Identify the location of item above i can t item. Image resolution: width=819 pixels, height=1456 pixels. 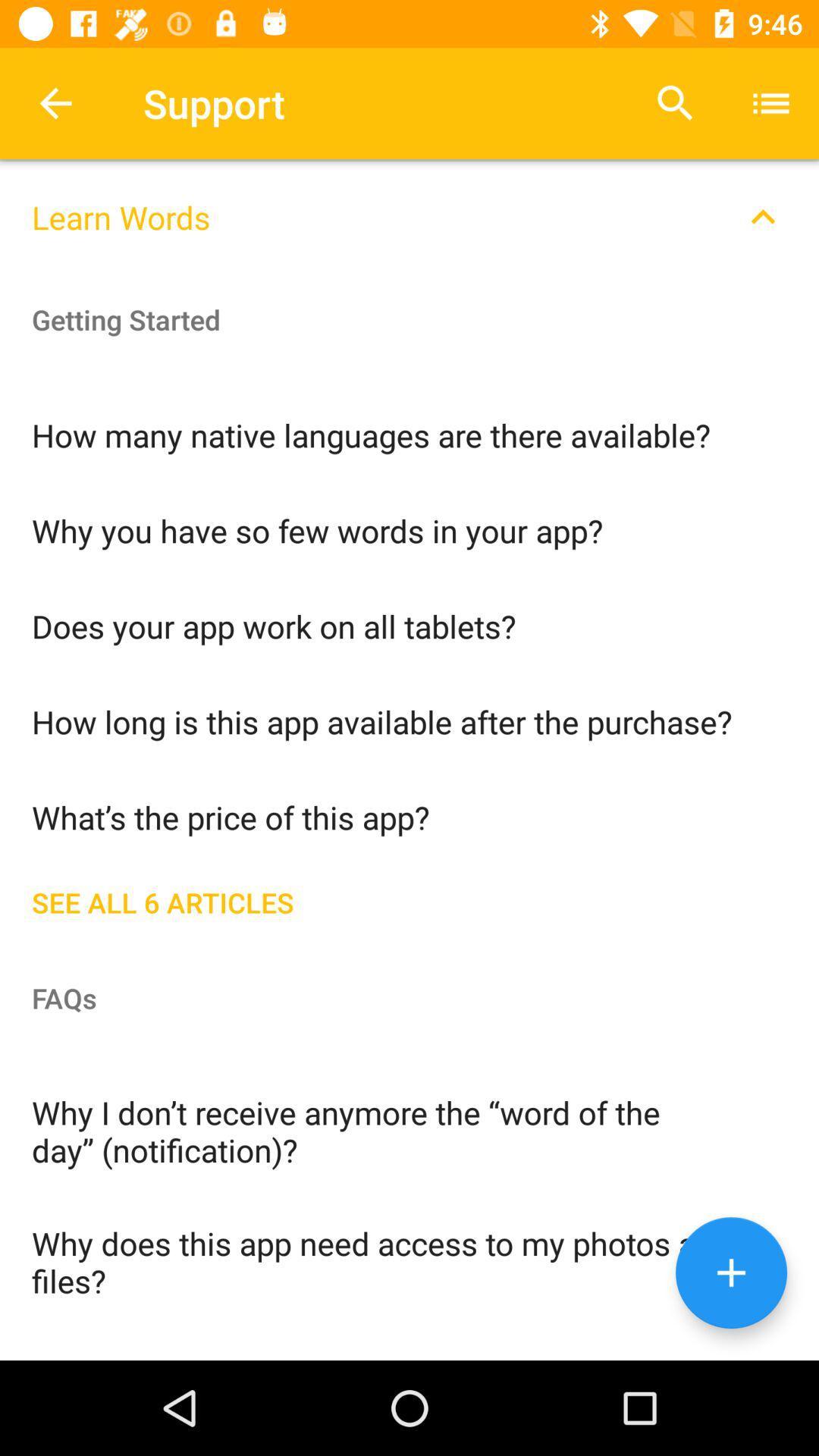
(409, 1260).